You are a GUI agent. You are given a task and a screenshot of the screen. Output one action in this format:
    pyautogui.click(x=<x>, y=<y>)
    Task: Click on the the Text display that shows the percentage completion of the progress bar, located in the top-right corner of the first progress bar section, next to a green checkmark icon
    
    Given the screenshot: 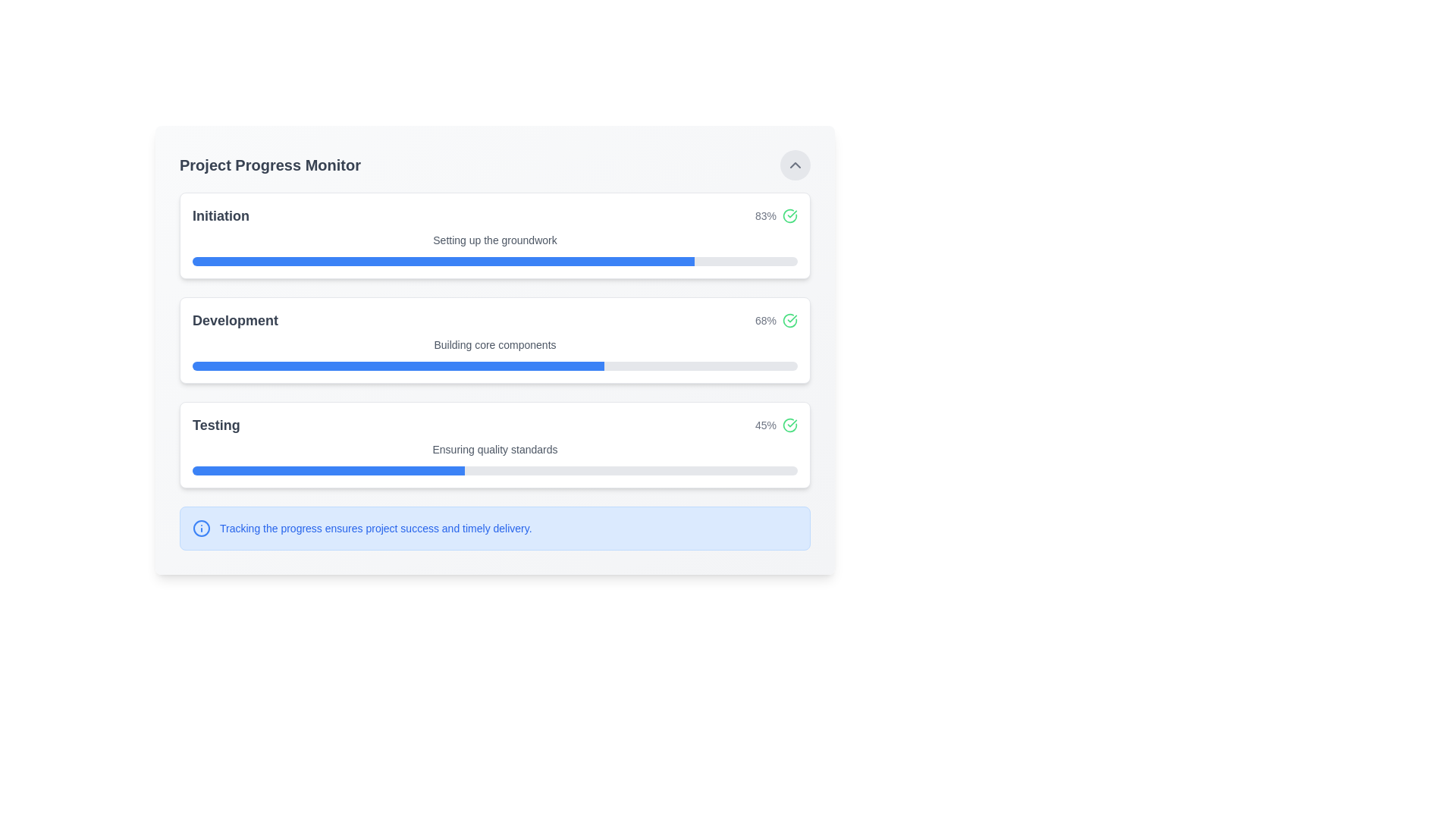 What is the action you would take?
    pyautogui.click(x=765, y=216)
    